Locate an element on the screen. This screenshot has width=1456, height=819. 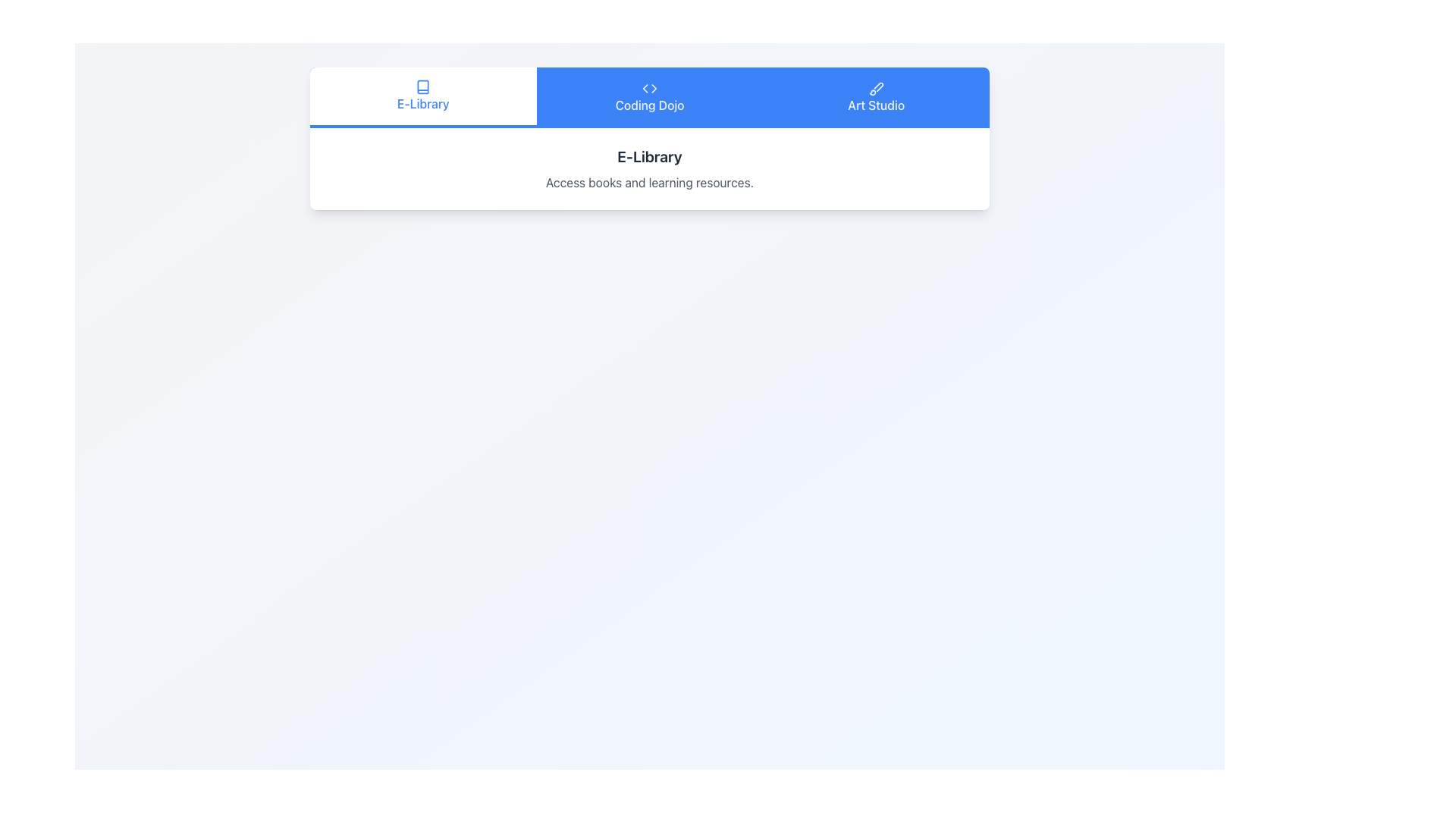
the brush icon located in the 'Art Studio' tab, which is a minimalistic stroke-based design in a 20x20 pixel area, positioned at the top-right corner of the highlighted navigation is located at coordinates (876, 88).